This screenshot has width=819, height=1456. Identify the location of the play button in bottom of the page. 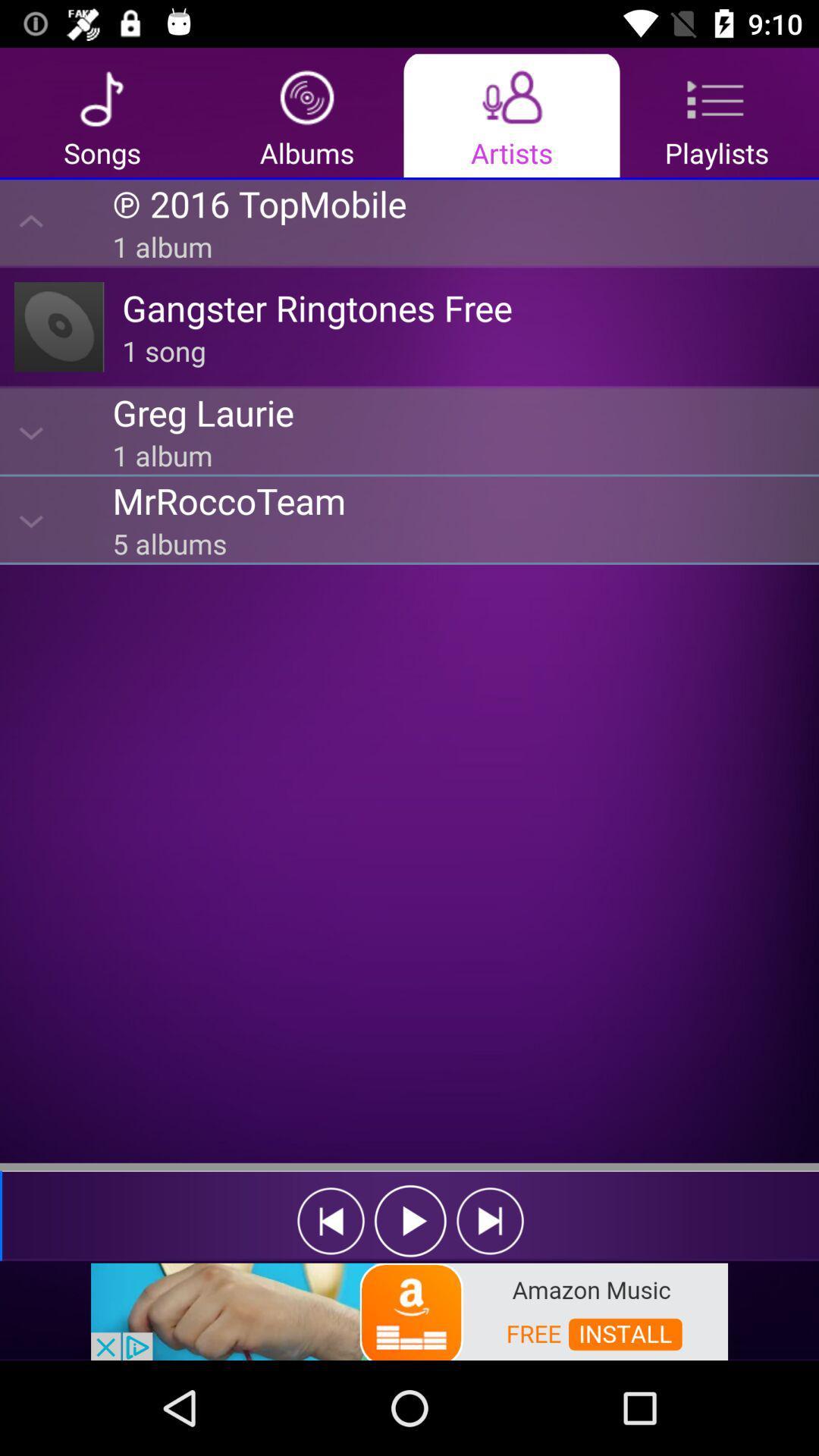
(410, 1221).